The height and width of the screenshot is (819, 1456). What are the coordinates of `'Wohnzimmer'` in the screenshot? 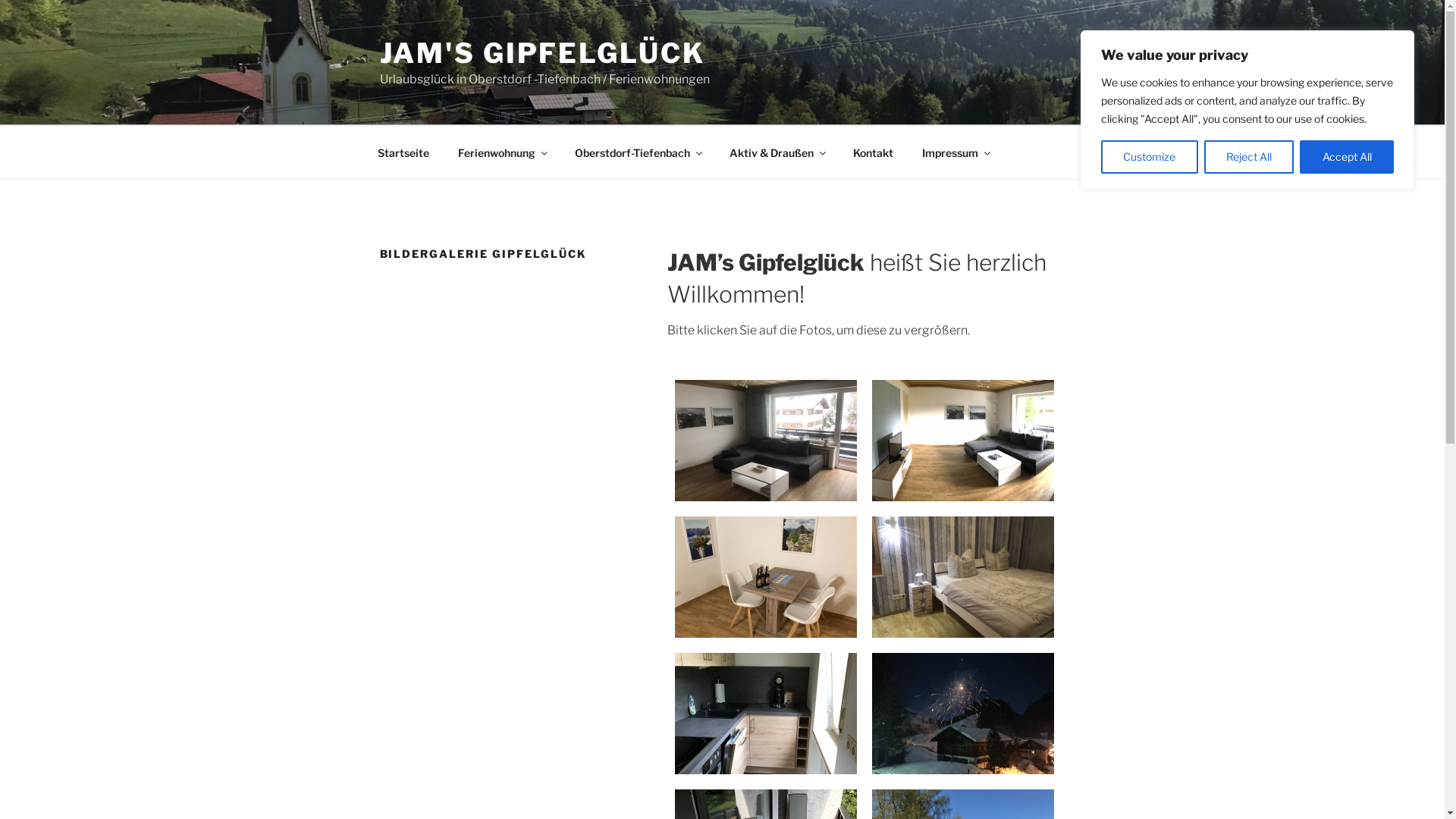 It's located at (765, 441).